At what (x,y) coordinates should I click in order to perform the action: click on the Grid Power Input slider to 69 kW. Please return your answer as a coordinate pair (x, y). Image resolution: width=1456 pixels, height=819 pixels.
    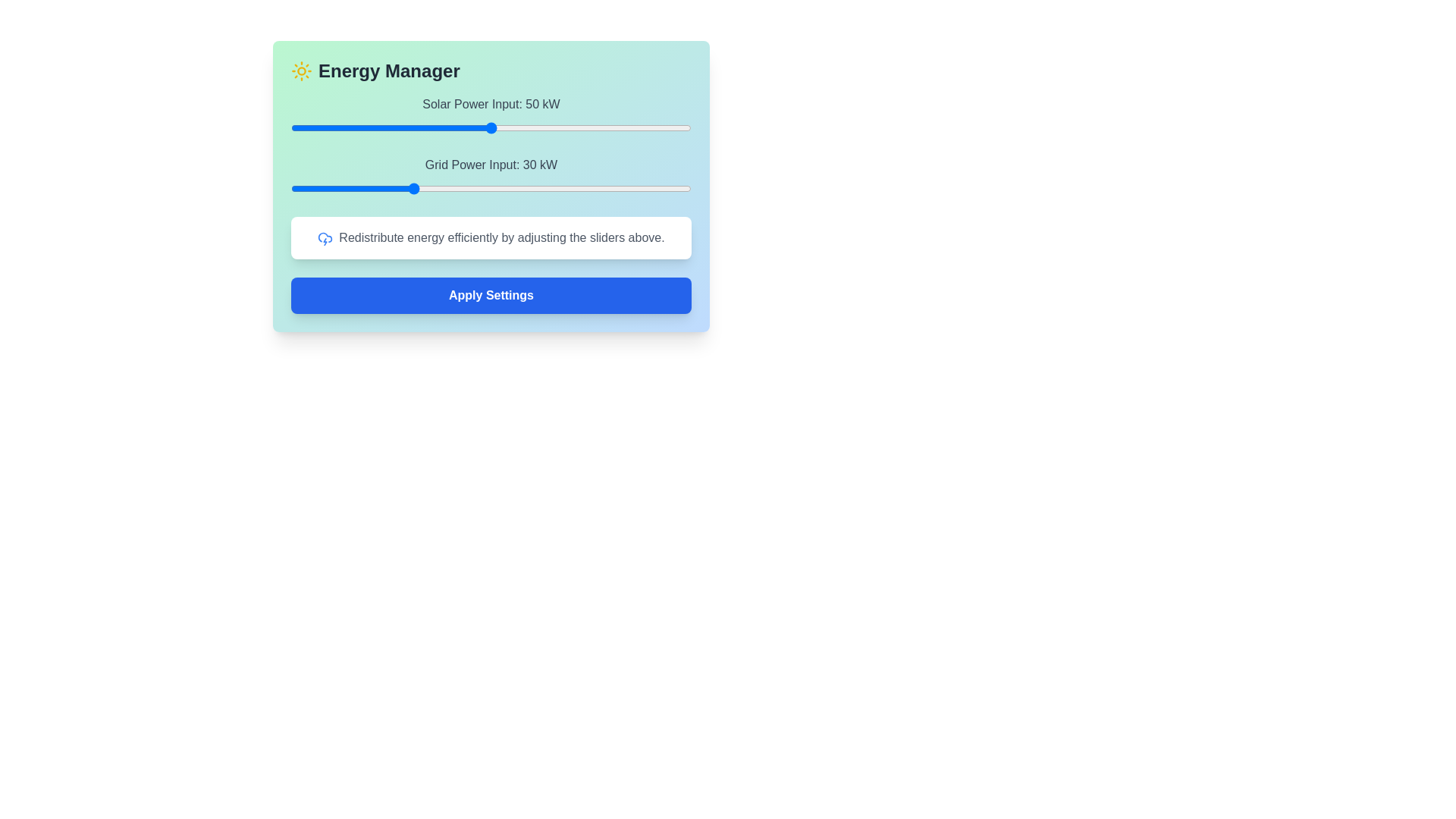
    Looking at the image, I should click on (566, 188).